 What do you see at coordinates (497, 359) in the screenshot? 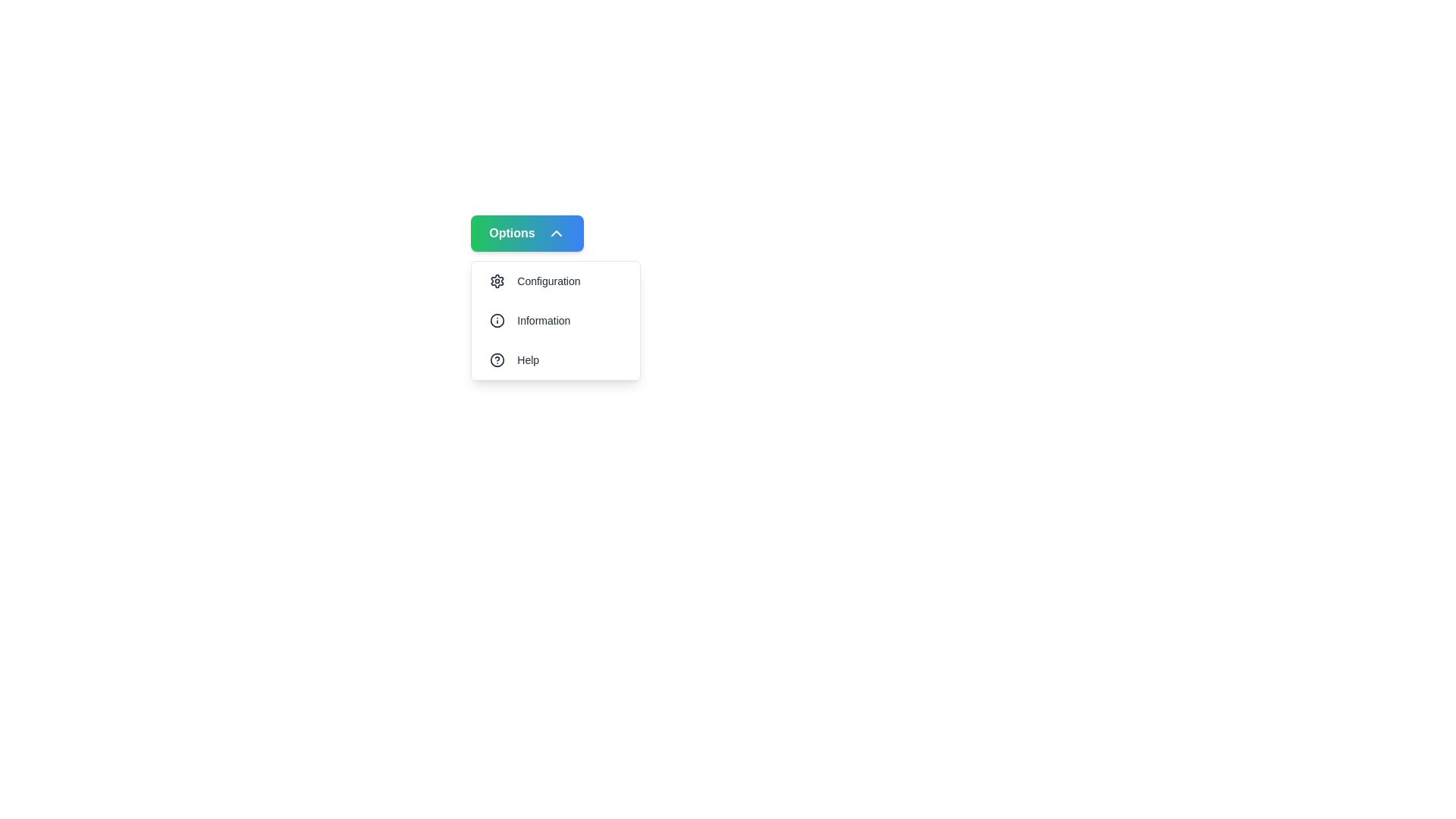
I see `the circular outline icon representing a help symbol in the dropdown menu below the 'Information' option` at bounding box center [497, 359].